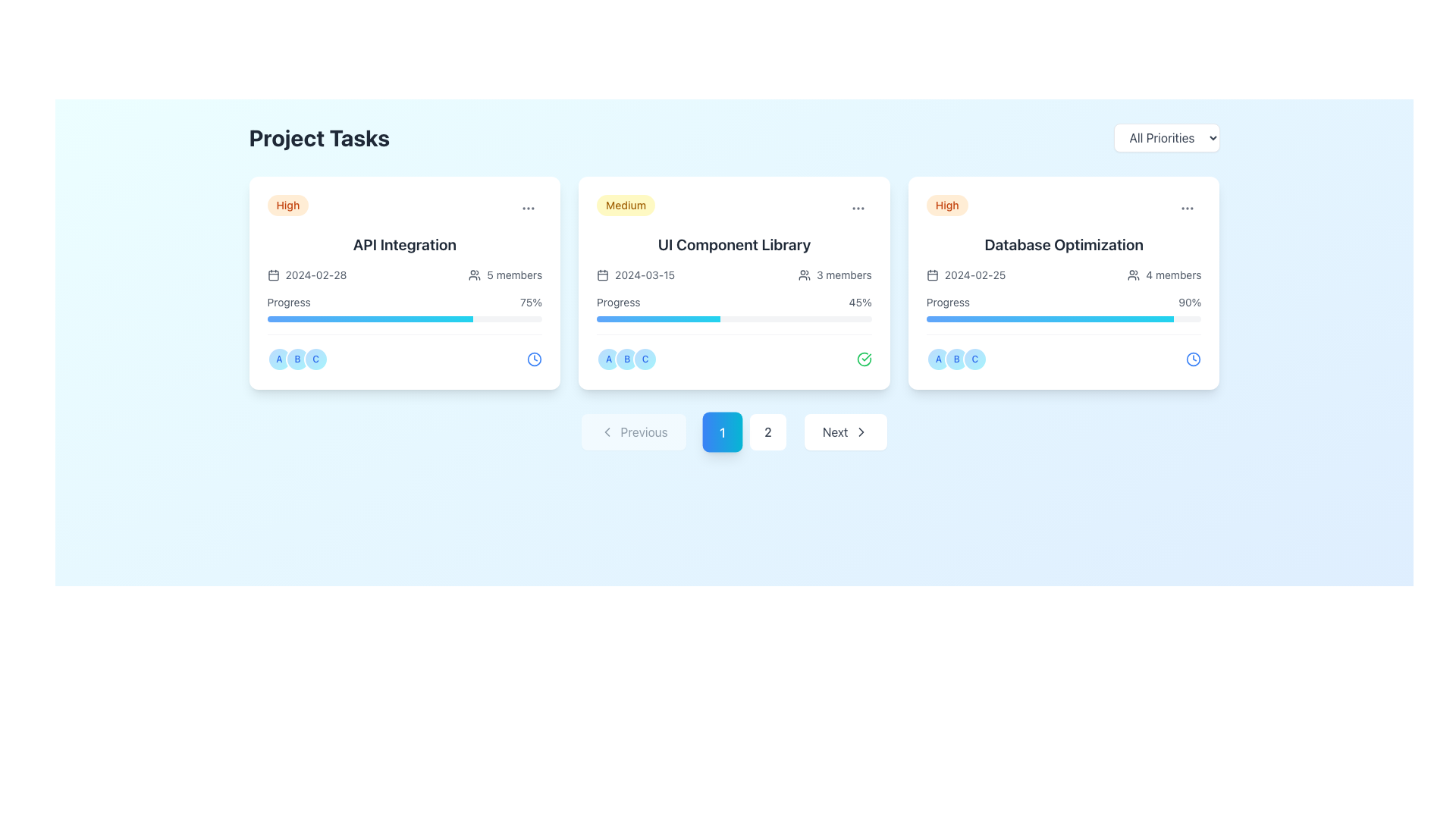 The height and width of the screenshot is (819, 1456). What do you see at coordinates (1166, 137) in the screenshot?
I see `the filter dropdown menu located at the top-right corner of the layout, aligned with the title 'Project Tasks'` at bounding box center [1166, 137].